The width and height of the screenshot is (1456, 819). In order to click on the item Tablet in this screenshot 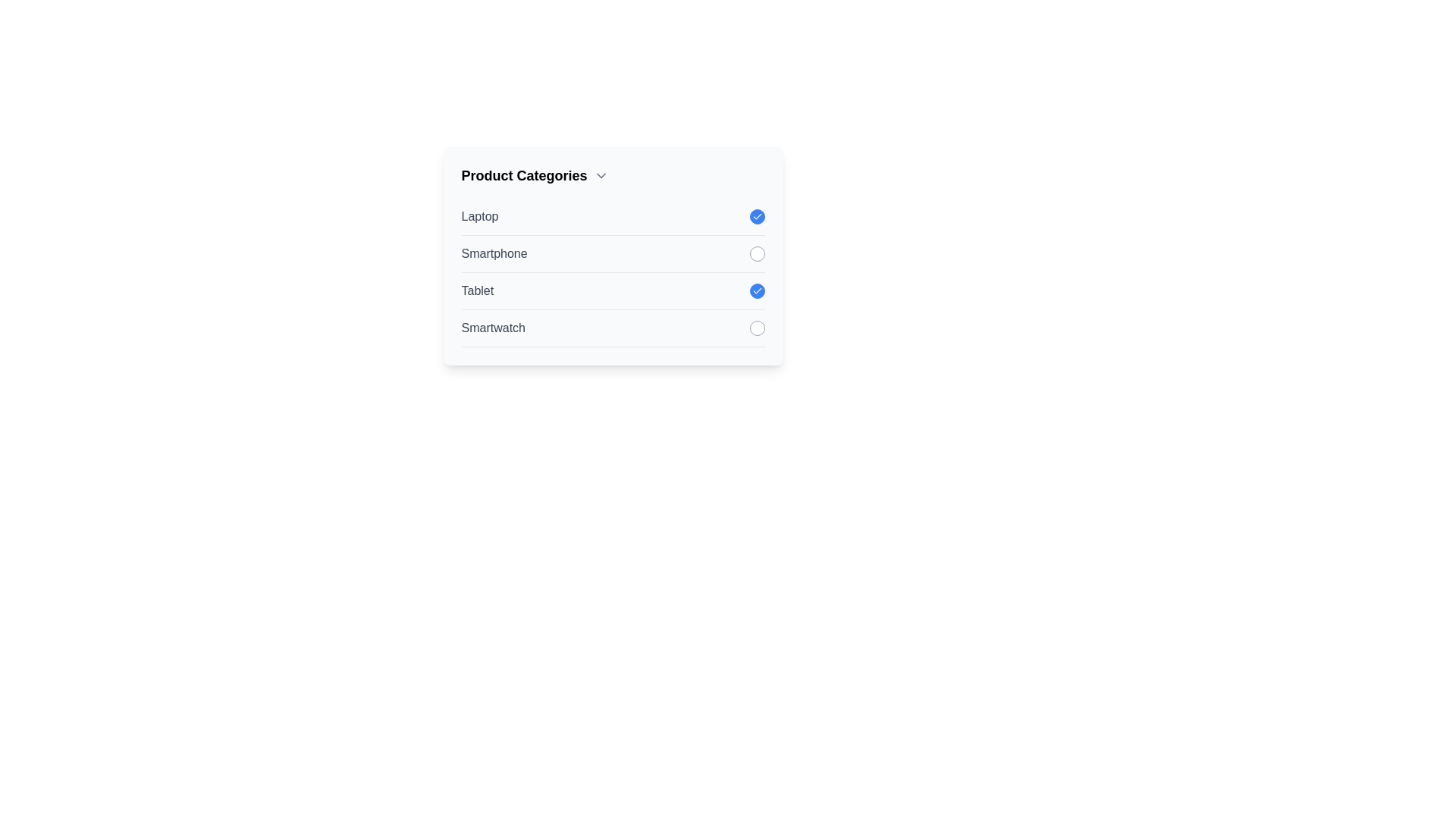, I will do `click(757, 291)`.